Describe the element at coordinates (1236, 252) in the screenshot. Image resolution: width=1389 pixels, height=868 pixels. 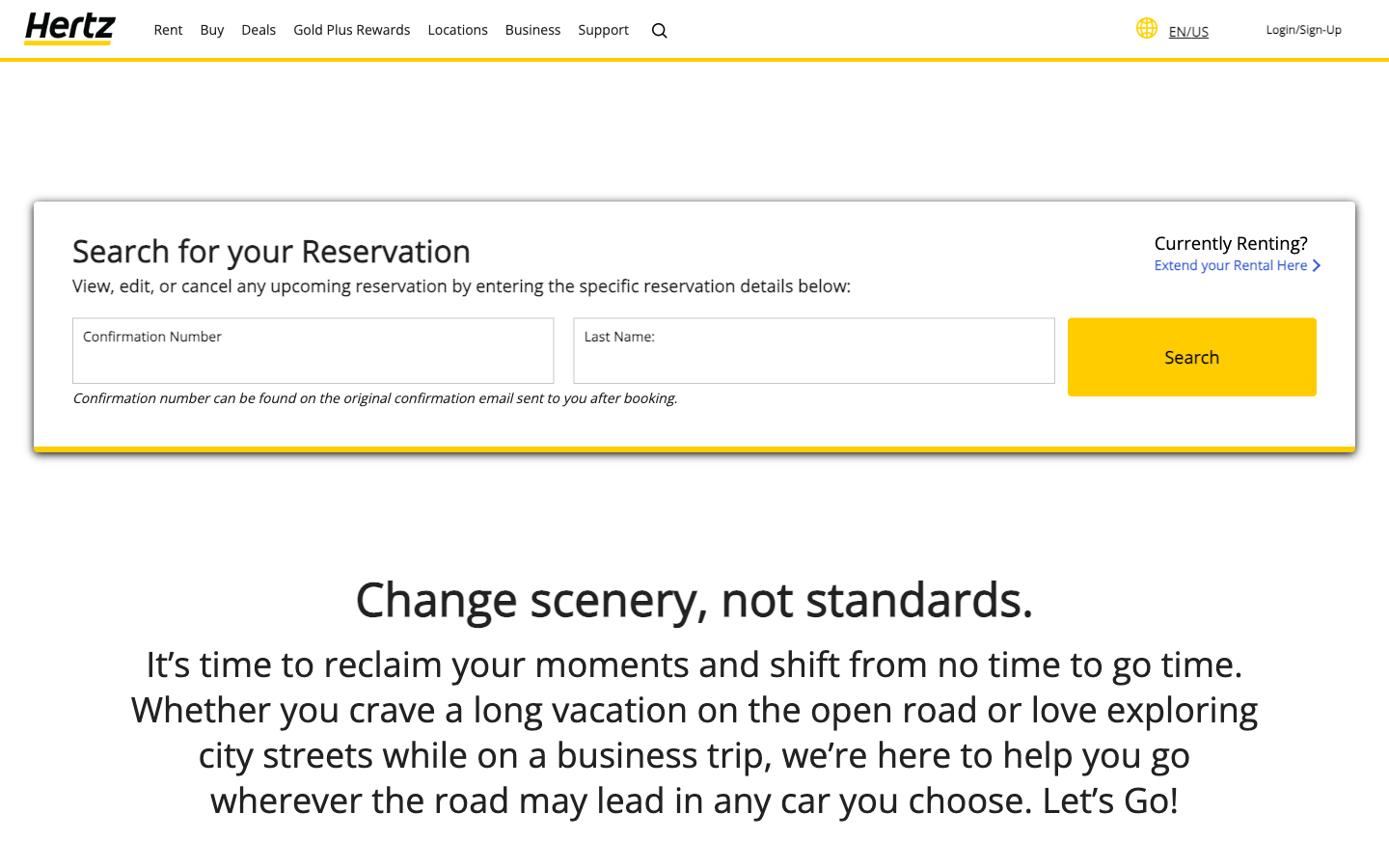
I see `the process to lengthen your rental period` at that location.